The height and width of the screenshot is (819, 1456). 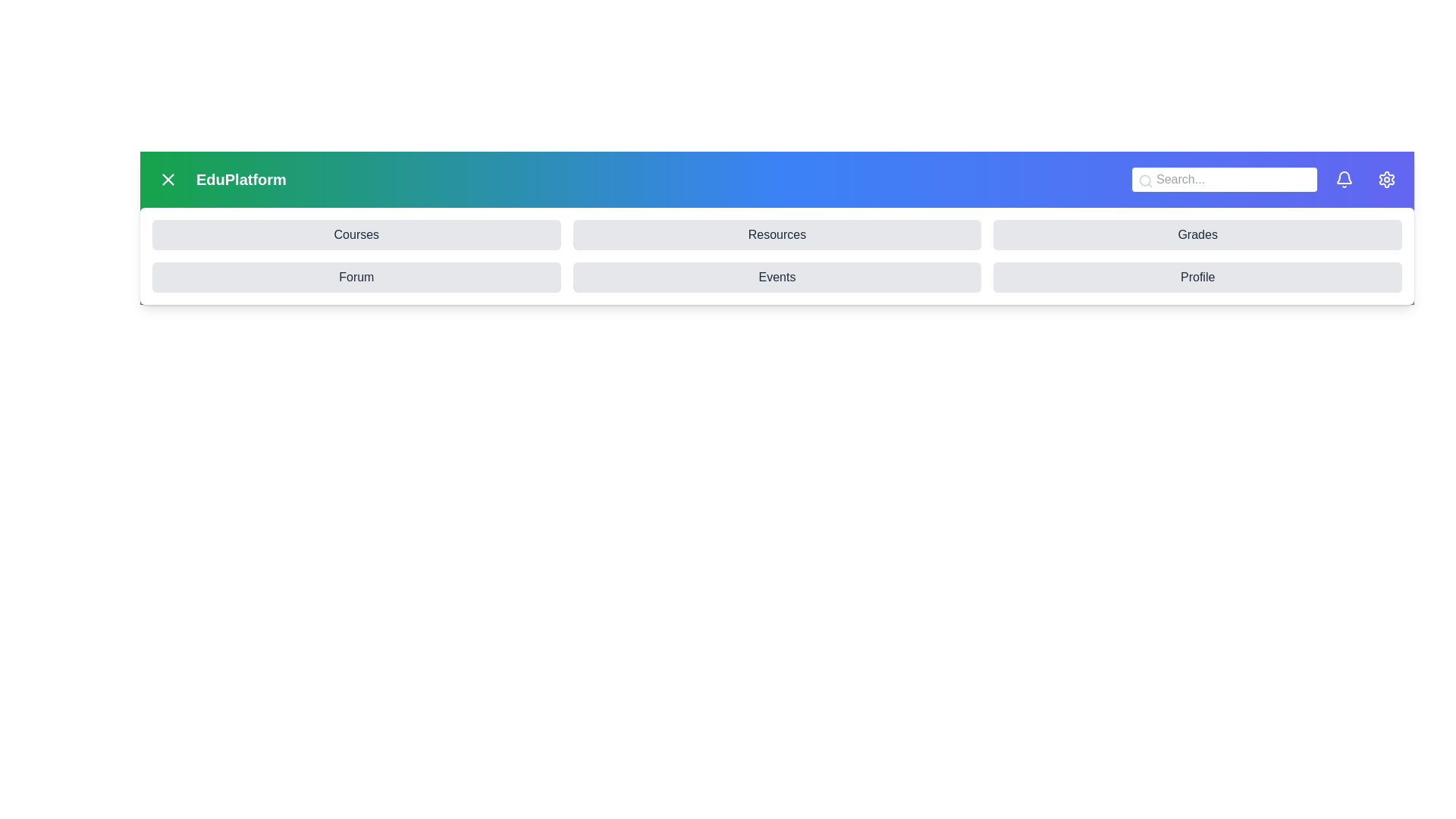 What do you see at coordinates (356, 234) in the screenshot?
I see `the menu item Courses from the navigation menu` at bounding box center [356, 234].